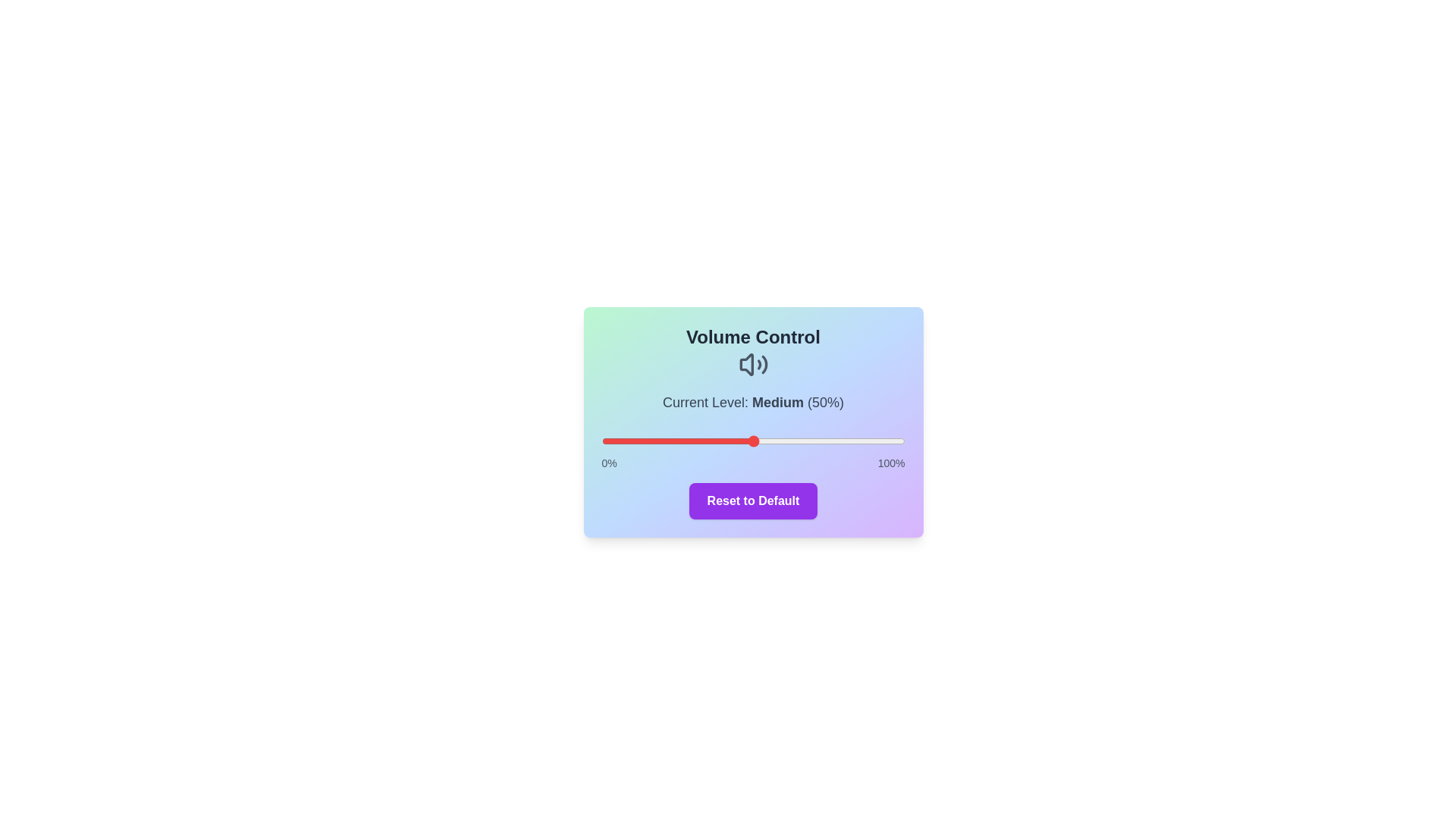 The width and height of the screenshot is (1456, 819). What do you see at coordinates (753, 500) in the screenshot?
I see `the 'Reset to Default' button to reset the volume to its default value` at bounding box center [753, 500].